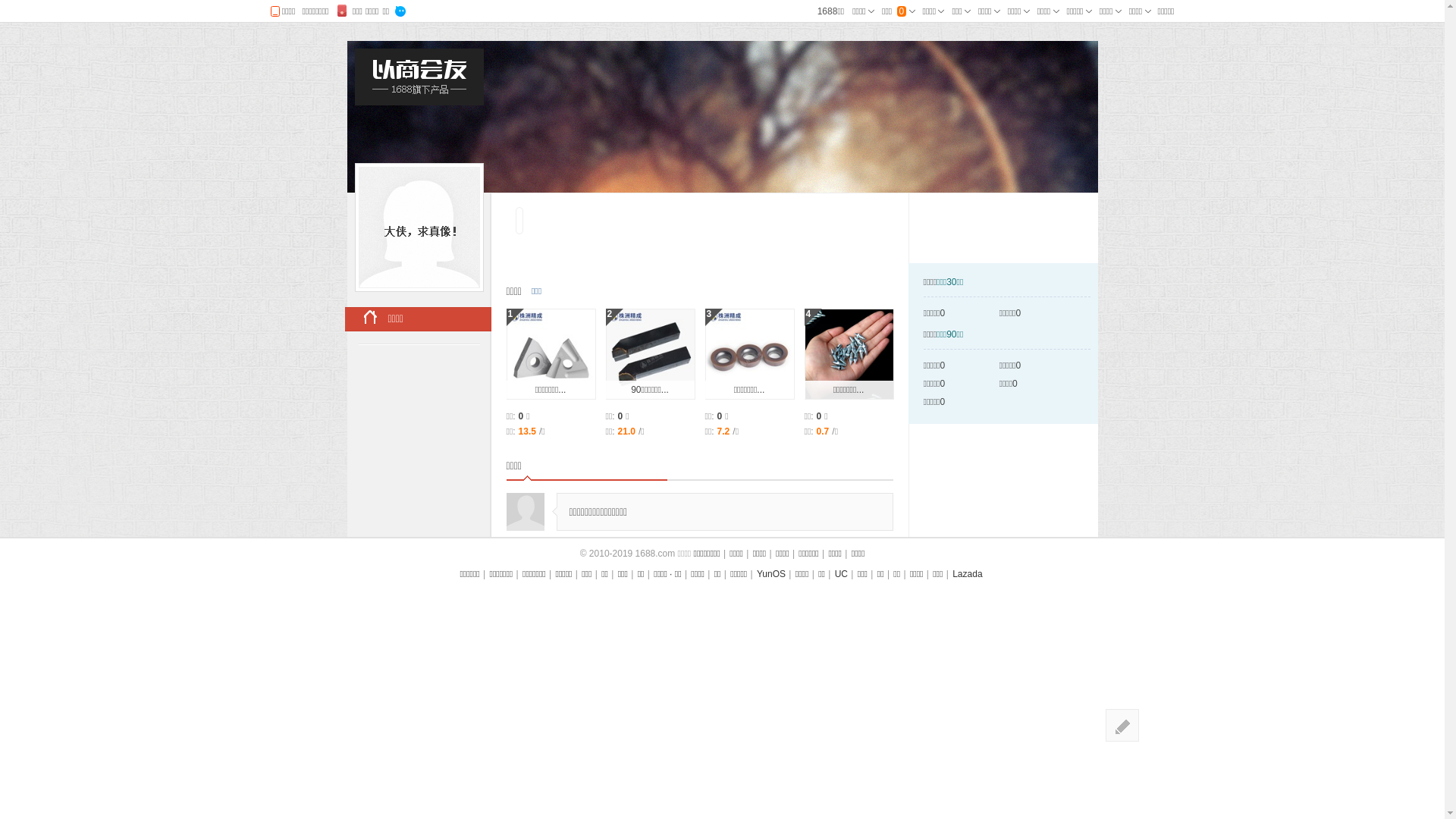  What do you see at coordinates (966, 573) in the screenshot?
I see `'Lazada'` at bounding box center [966, 573].